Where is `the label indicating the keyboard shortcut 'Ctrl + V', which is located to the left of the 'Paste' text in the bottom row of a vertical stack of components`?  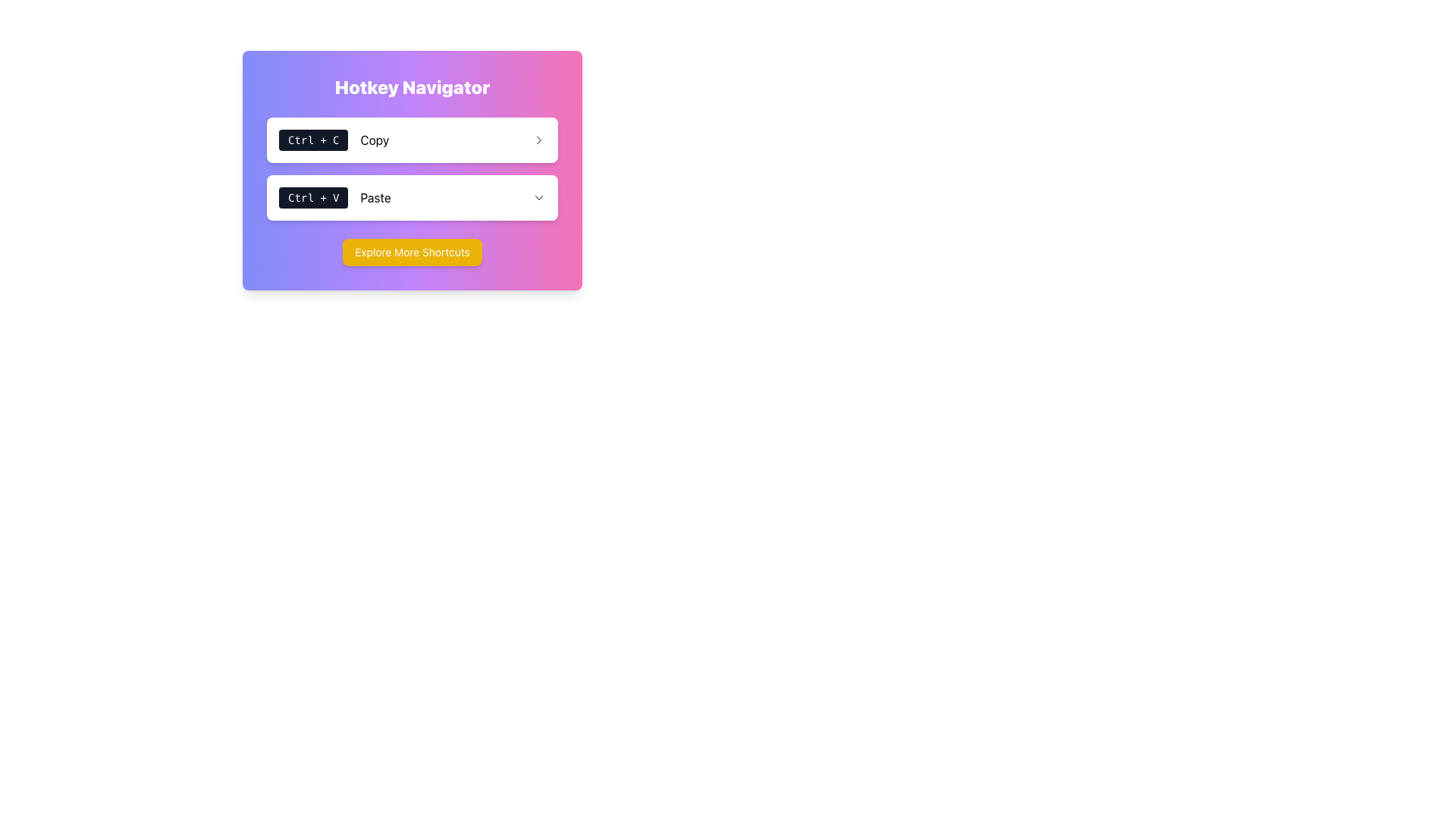 the label indicating the keyboard shortcut 'Ctrl + V', which is located to the left of the 'Paste' text in the bottom row of a vertical stack of components is located at coordinates (312, 197).